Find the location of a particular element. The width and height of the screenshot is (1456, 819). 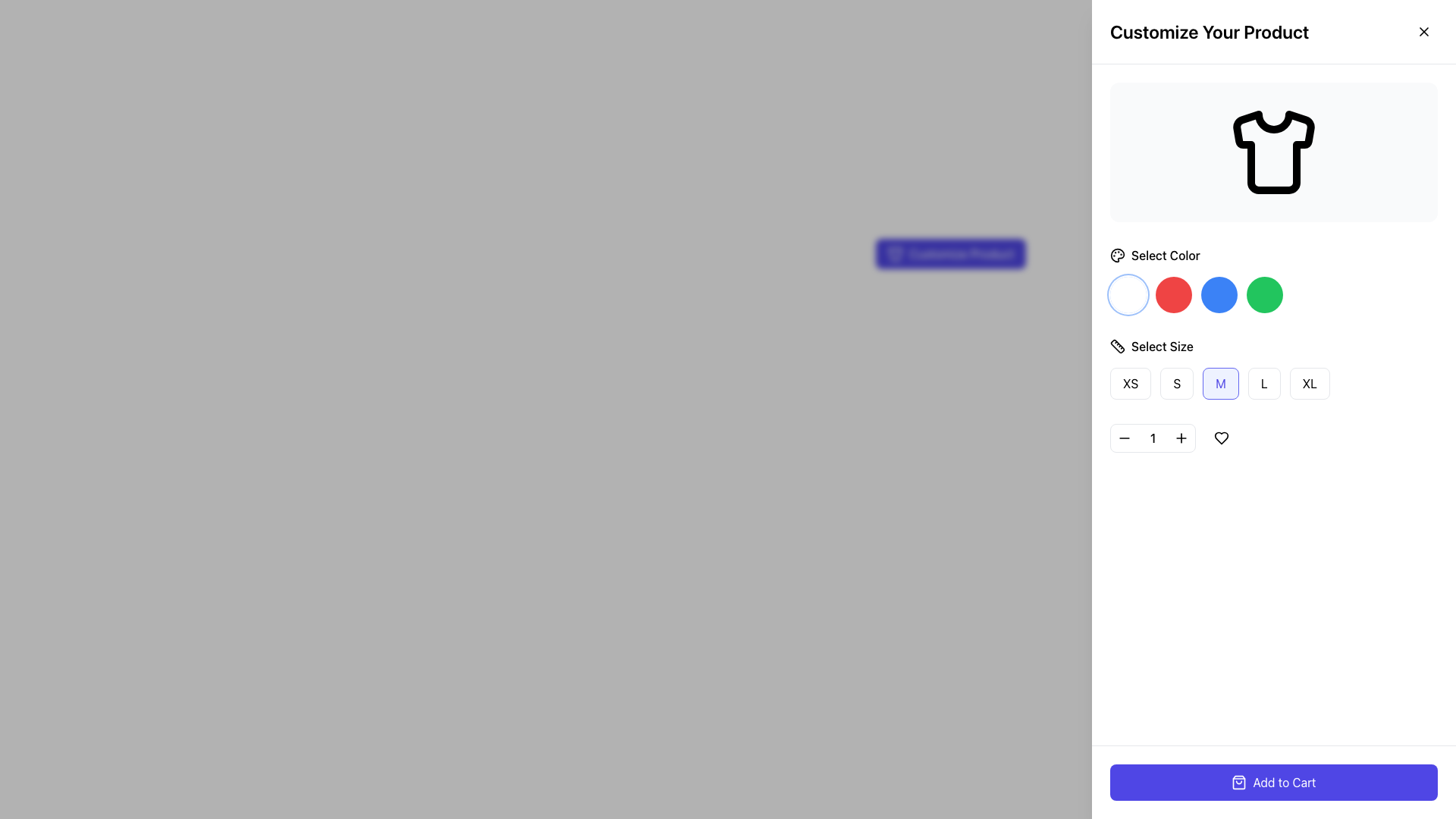

the icon-based button located at the bottom of the product customization section, to the right of the quantity adjustment buttons is located at coordinates (1222, 438).